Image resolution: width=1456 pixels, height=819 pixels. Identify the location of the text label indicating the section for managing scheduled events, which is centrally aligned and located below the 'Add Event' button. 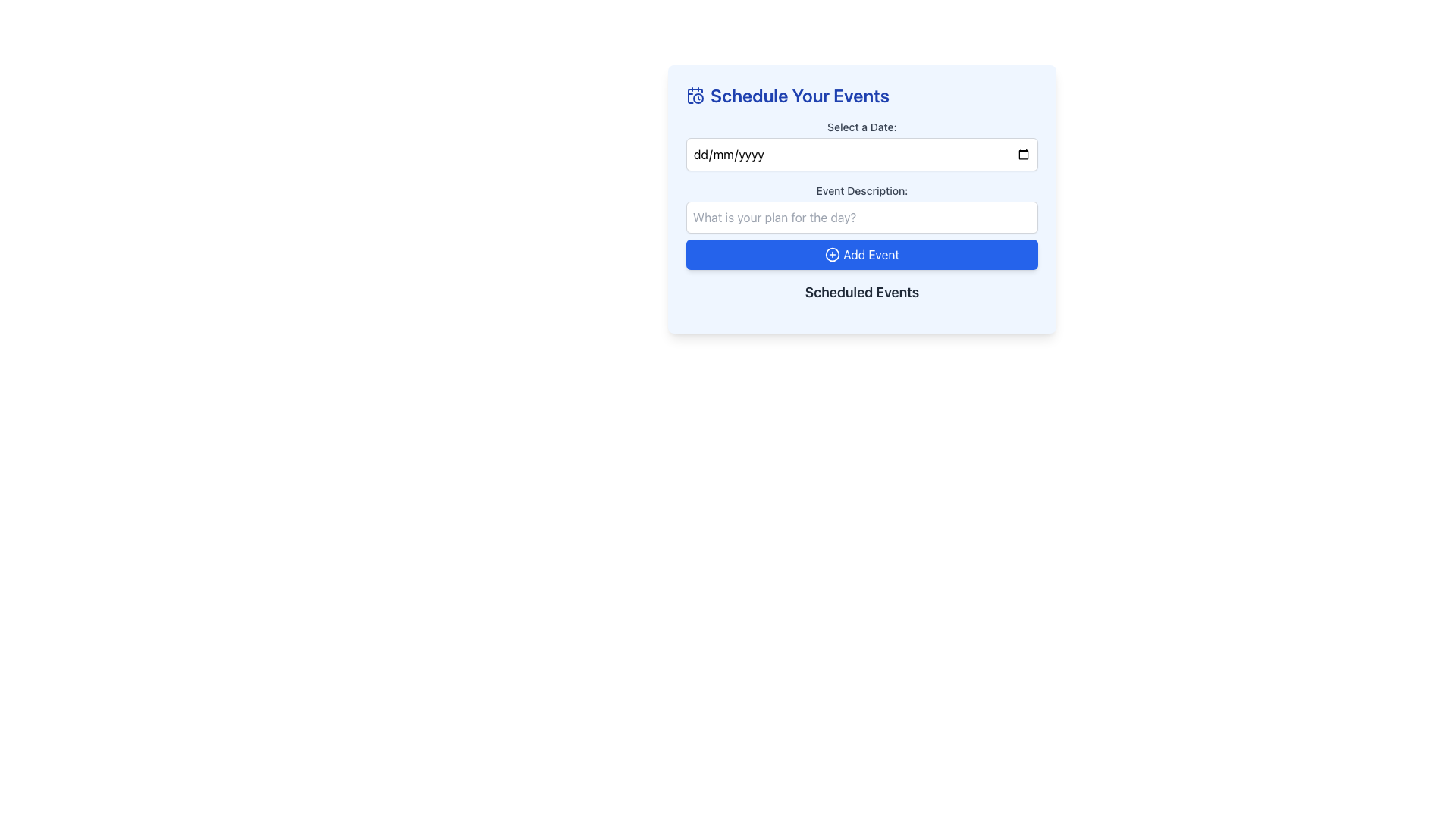
(862, 292).